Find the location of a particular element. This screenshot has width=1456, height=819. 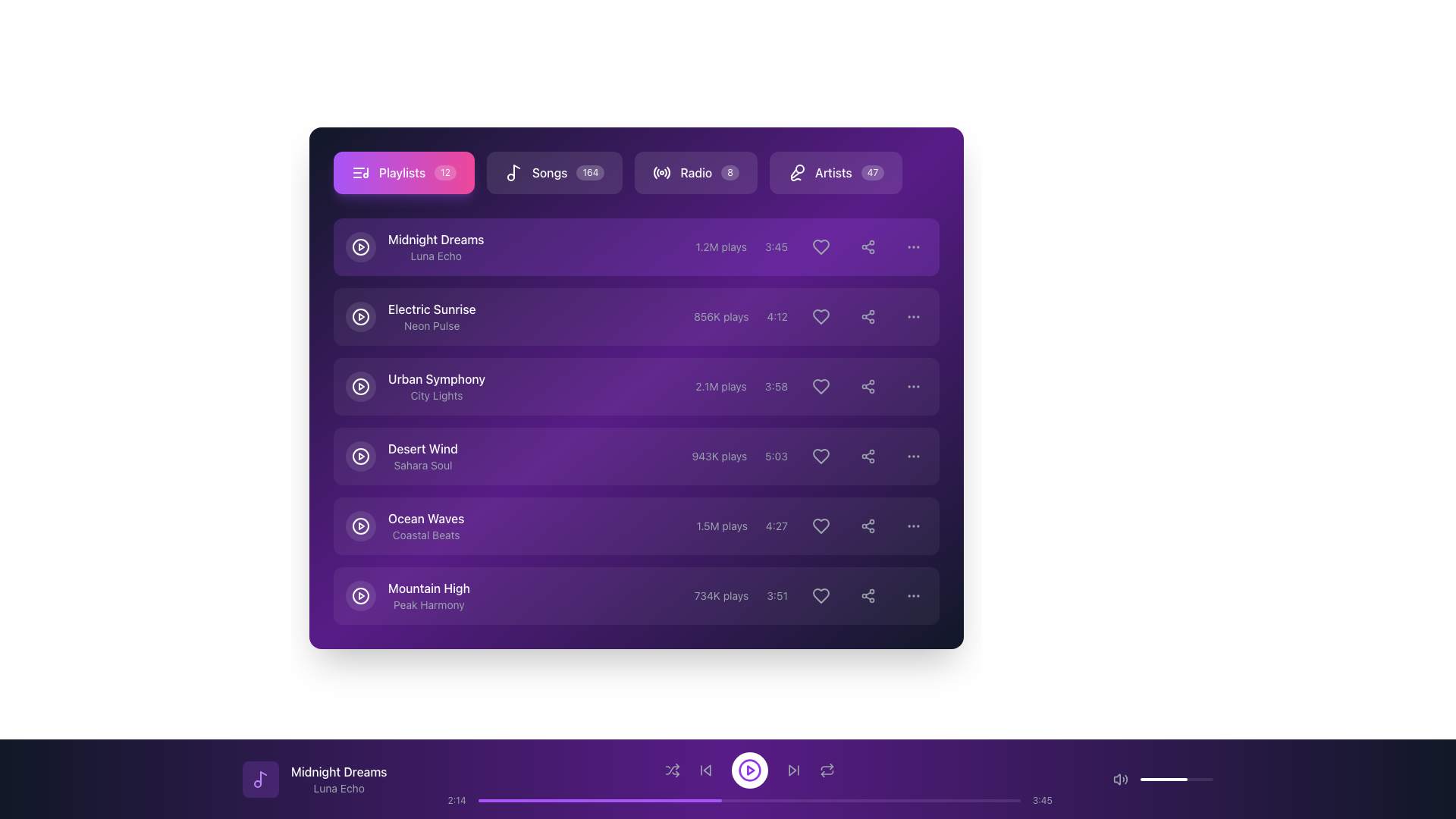

the heart shape icon located at the rightmost side of the song entry row titled 'Ocean Waves' is located at coordinates (821, 526).